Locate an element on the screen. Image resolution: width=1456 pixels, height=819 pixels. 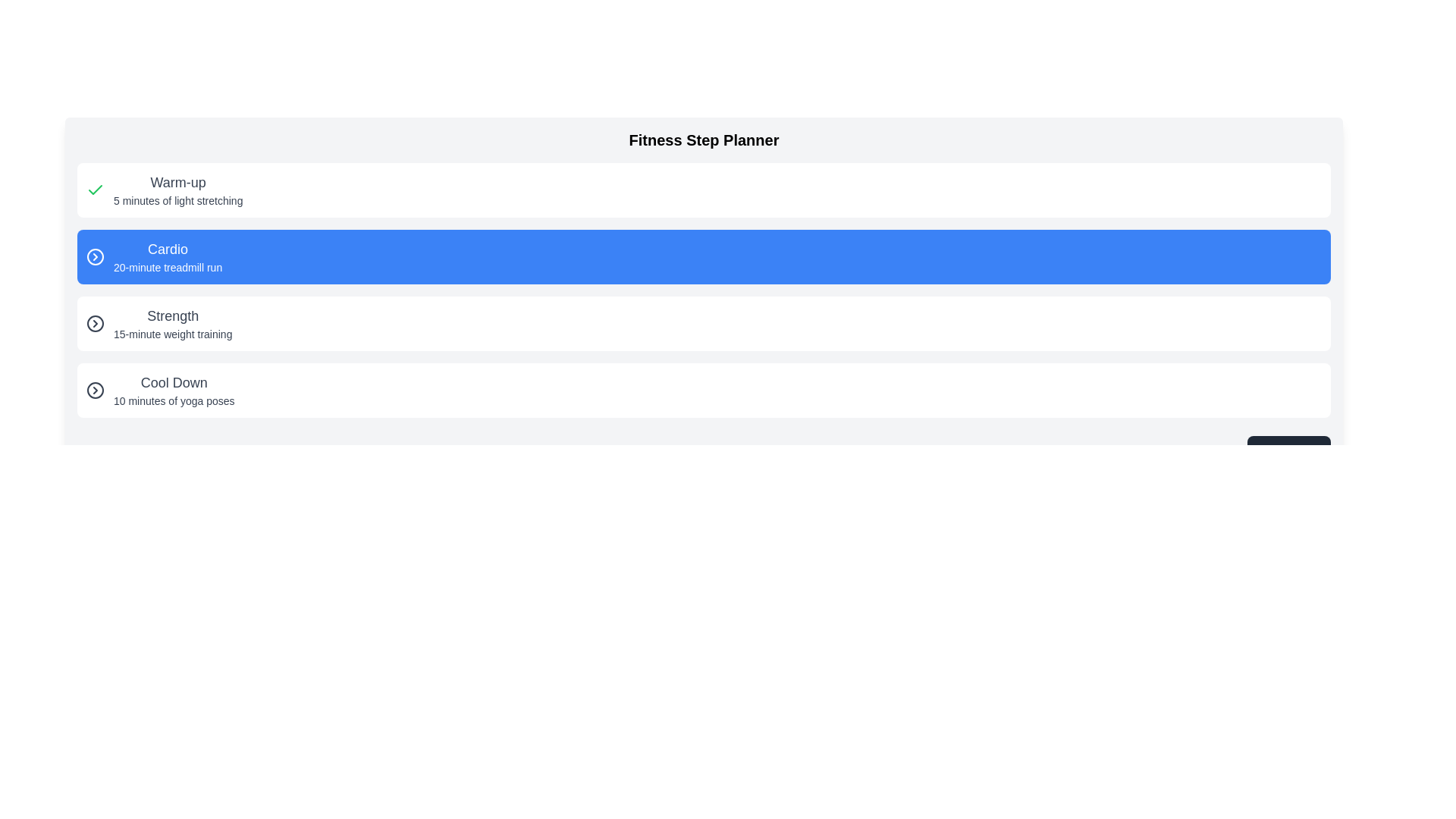
the circular icon with a rightward arrow, which is located to the left of the 'Strength' text in the training steps list is located at coordinates (94, 323).